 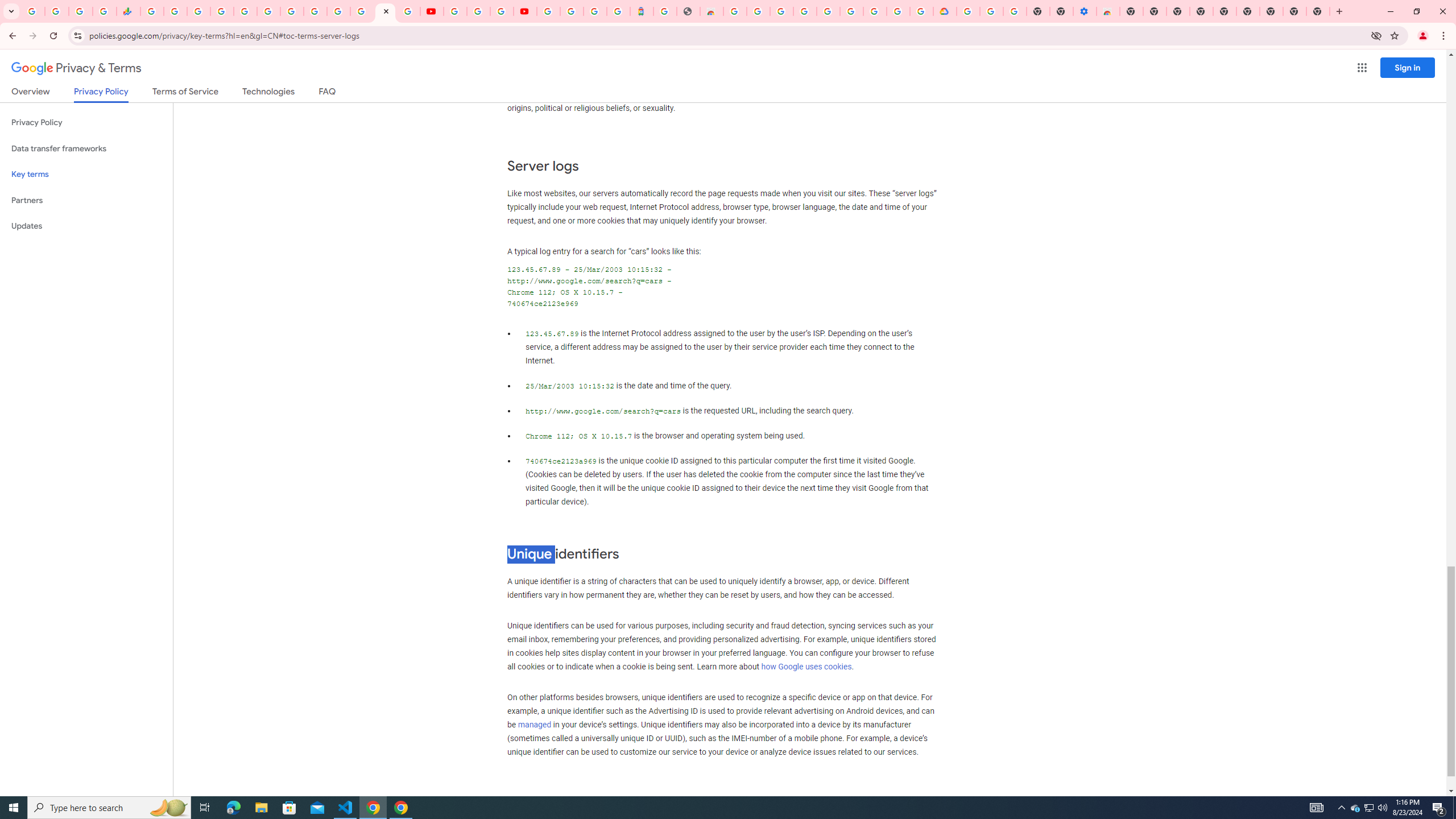 What do you see at coordinates (533, 723) in the screenshot?
I see `'managed'` at bounding box center [533, 723].